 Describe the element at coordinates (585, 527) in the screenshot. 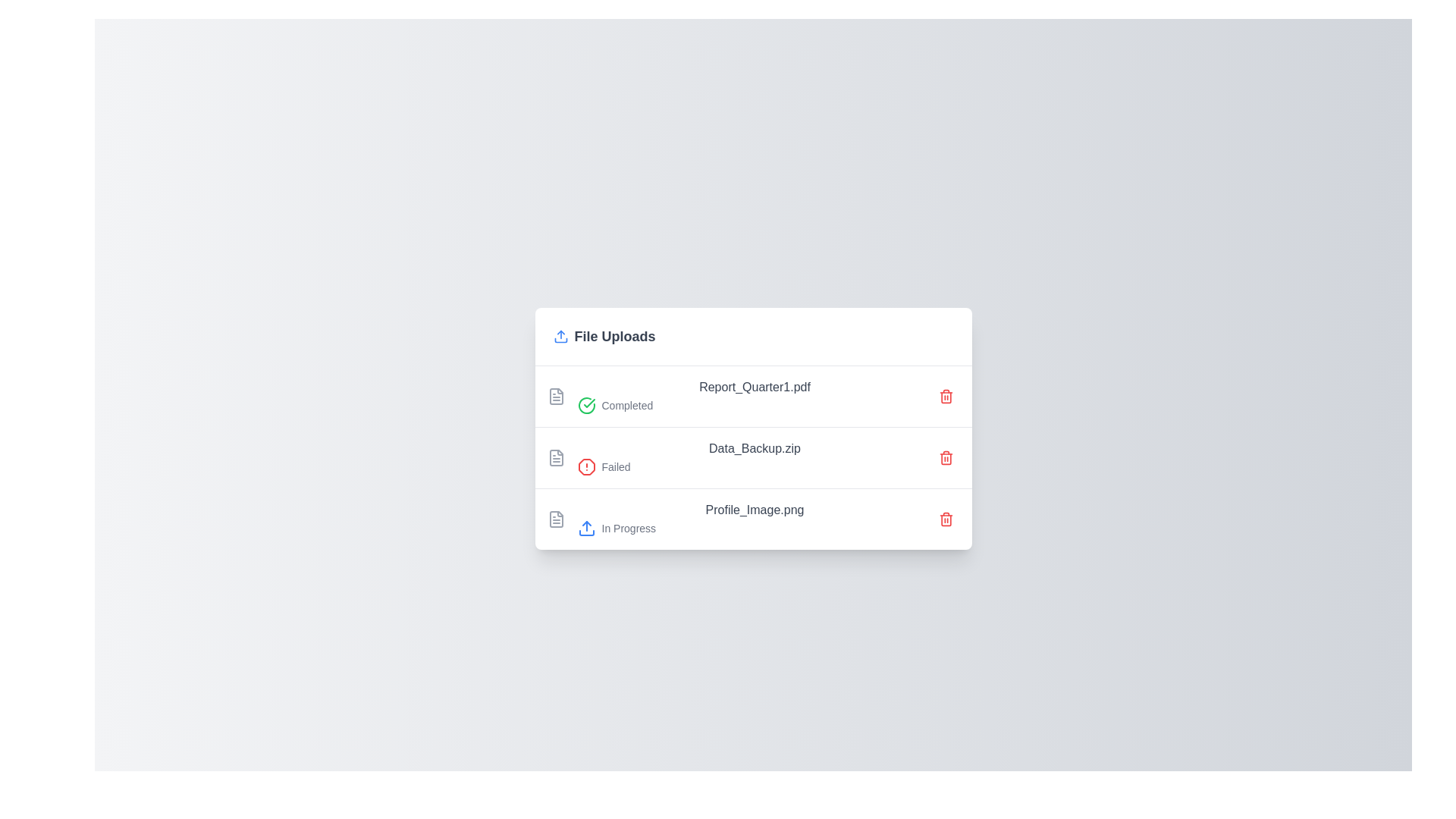

I see `the small, blue upward-pointing arrow icon indicating an upload action, which is positioned prominently to the left of the 'In Progress' status label in the third row of the file upload status list` at that location.